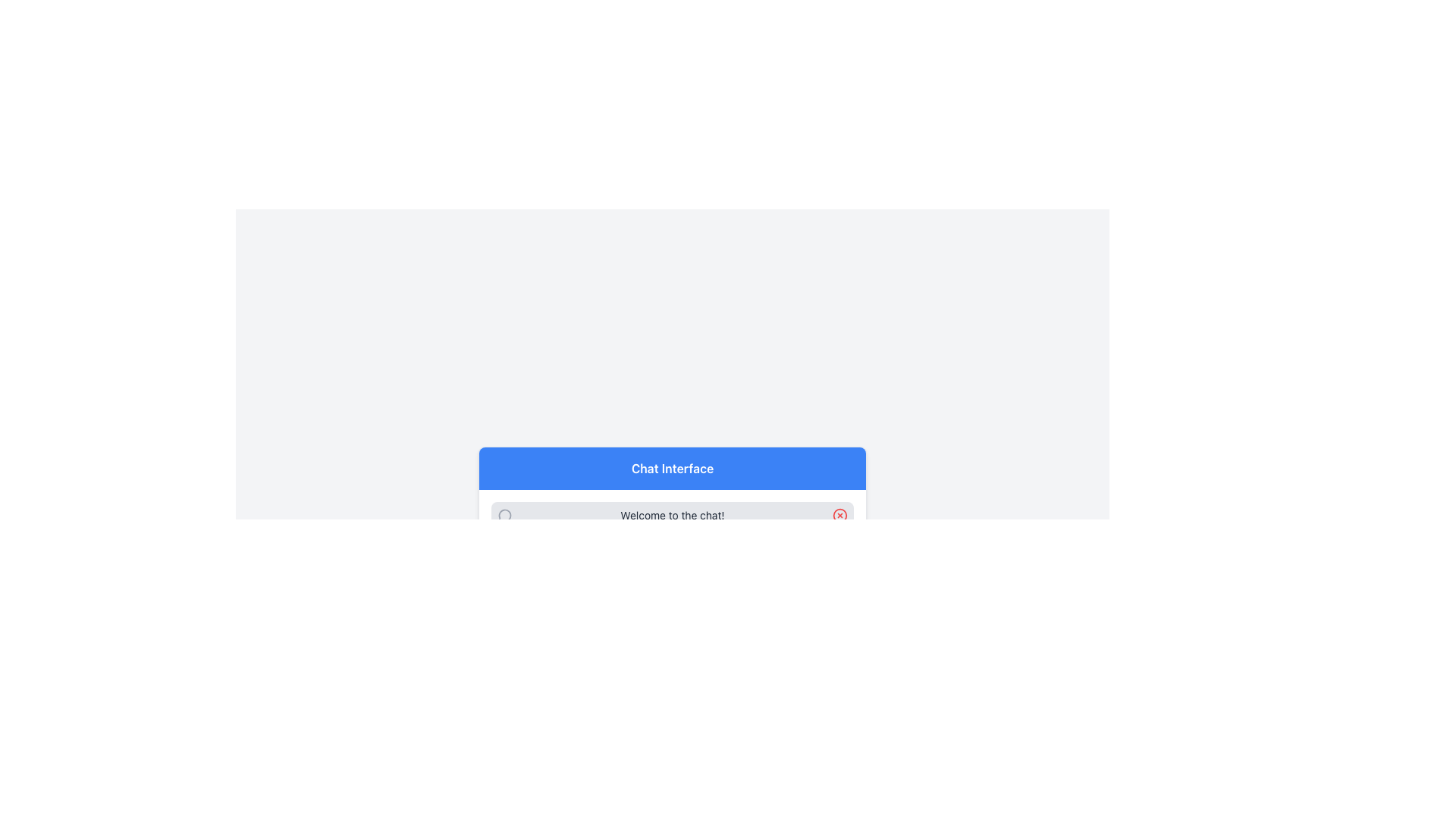 This screenshot has width=1456, height=819. What do you see at coordinates (672, 467) in the screenshot?
I see `the static text header at the top of the chat interface, which serves as the title for the section` at bounding box center [672, 467].